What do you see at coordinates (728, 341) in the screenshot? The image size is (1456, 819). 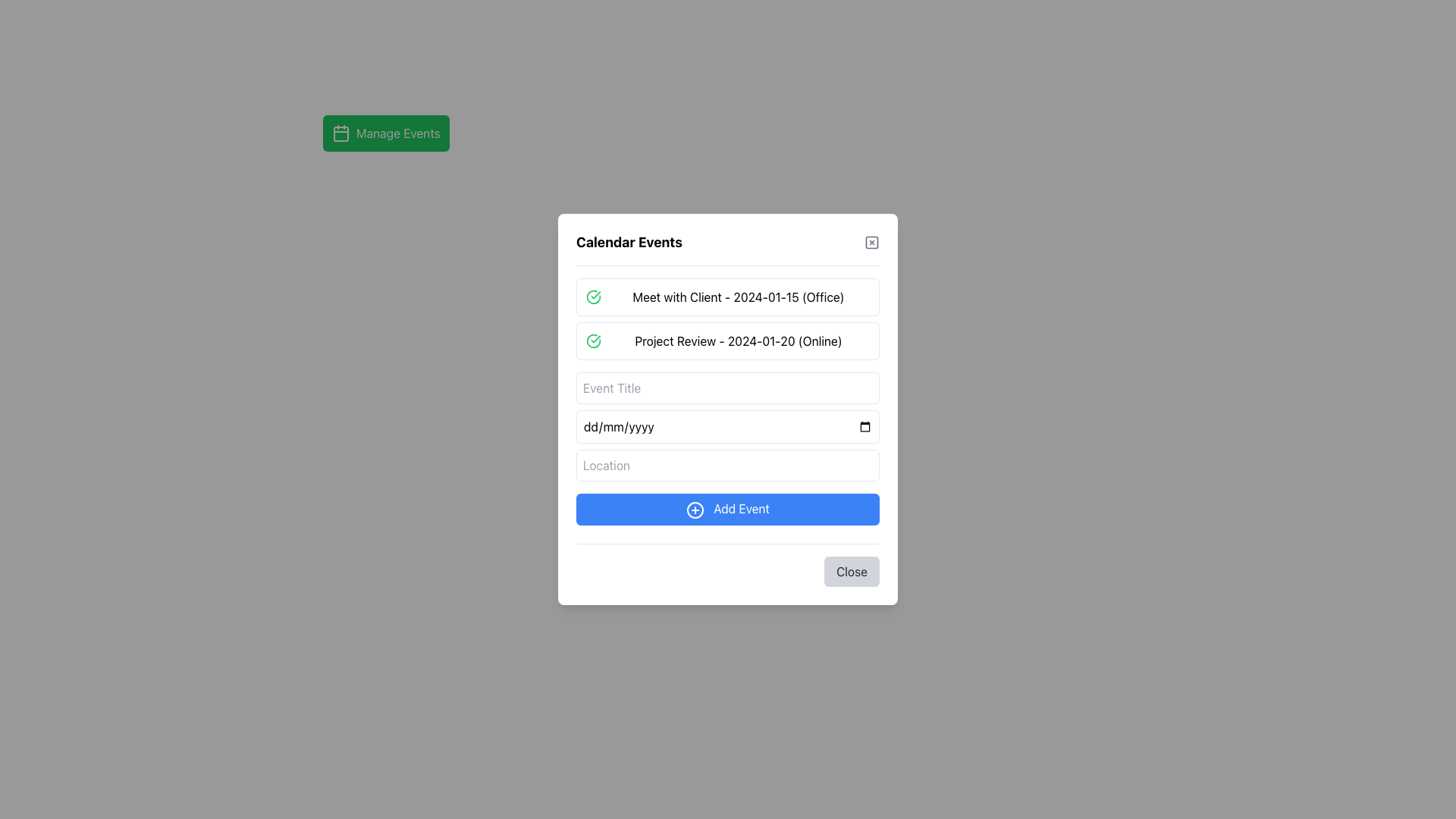 I see `the second list item in the 'Calendar Events' modal labeled 'Project Review - 2024-01-20 (Online)'` at bounding box center [728, 341].